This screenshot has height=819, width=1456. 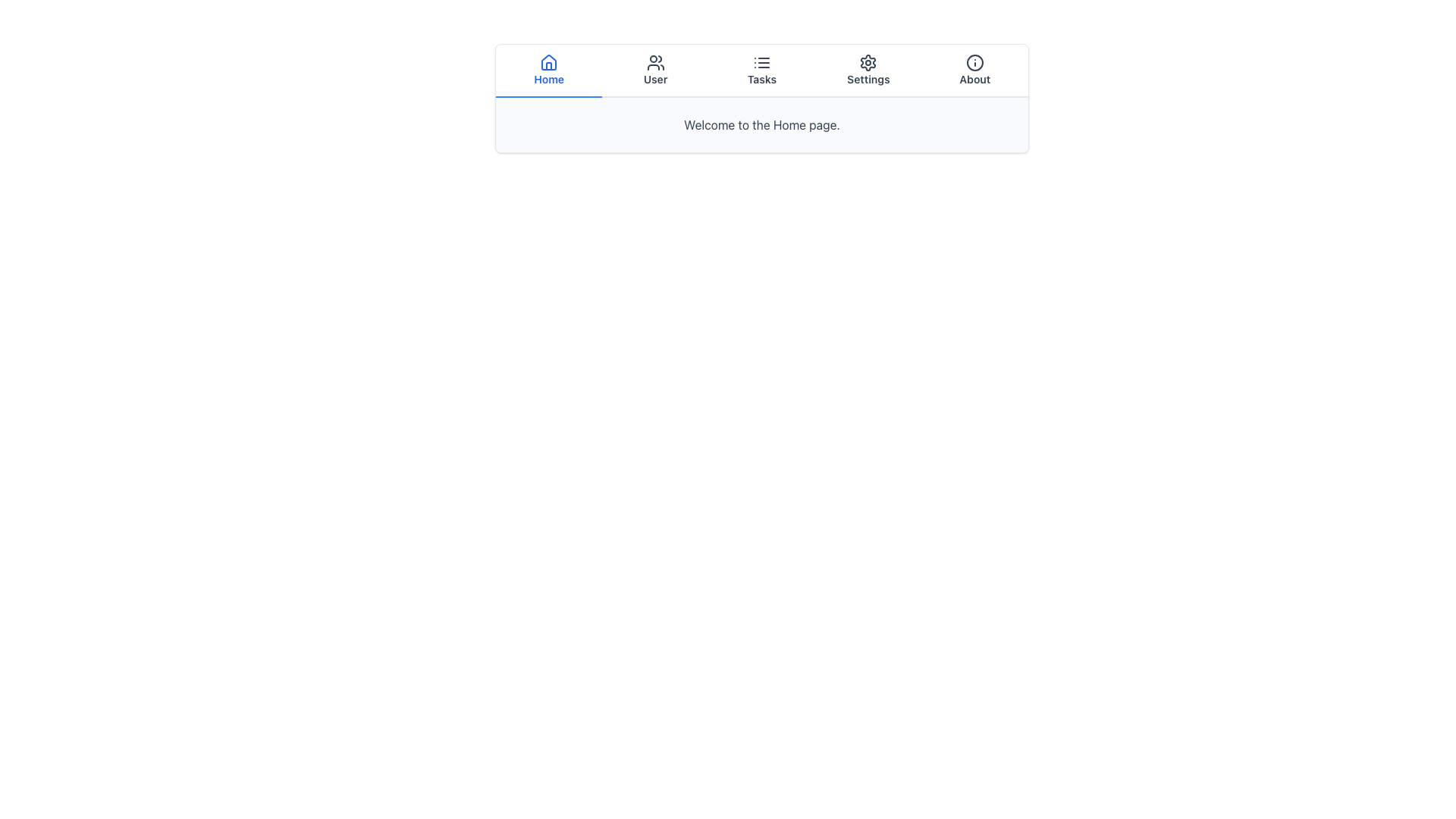 I want to click on the second tab in the top navigation bar, so click(x=655, y=71).